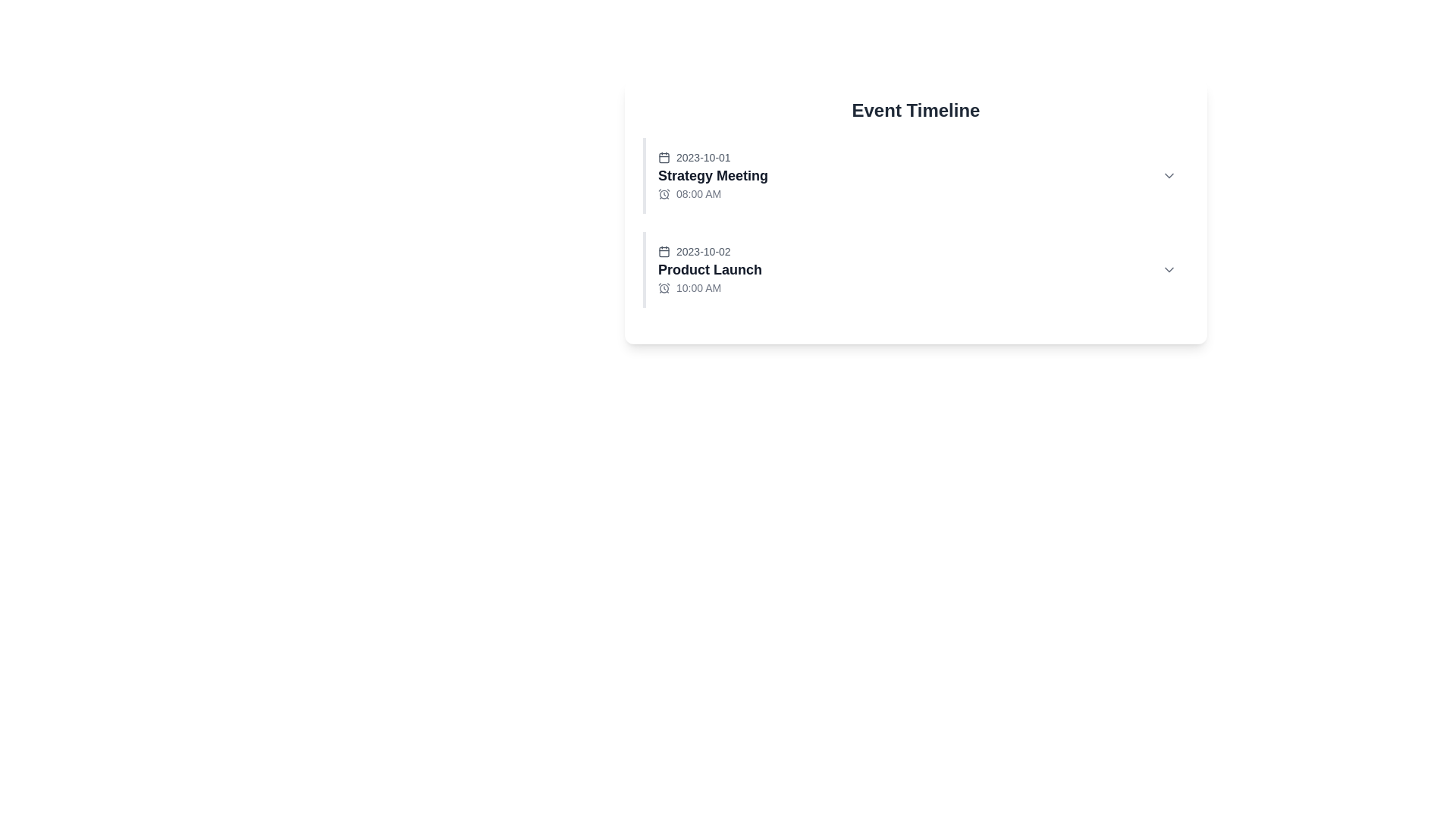 Image resolution: width=1456 pixels, height=819 pixels. I want to click on time displayed on the informational label for the 'Product Launch' event, which shows '10:00 AM' and is located below the event title with an adjacent alarm clock icon, so click(709, 288).